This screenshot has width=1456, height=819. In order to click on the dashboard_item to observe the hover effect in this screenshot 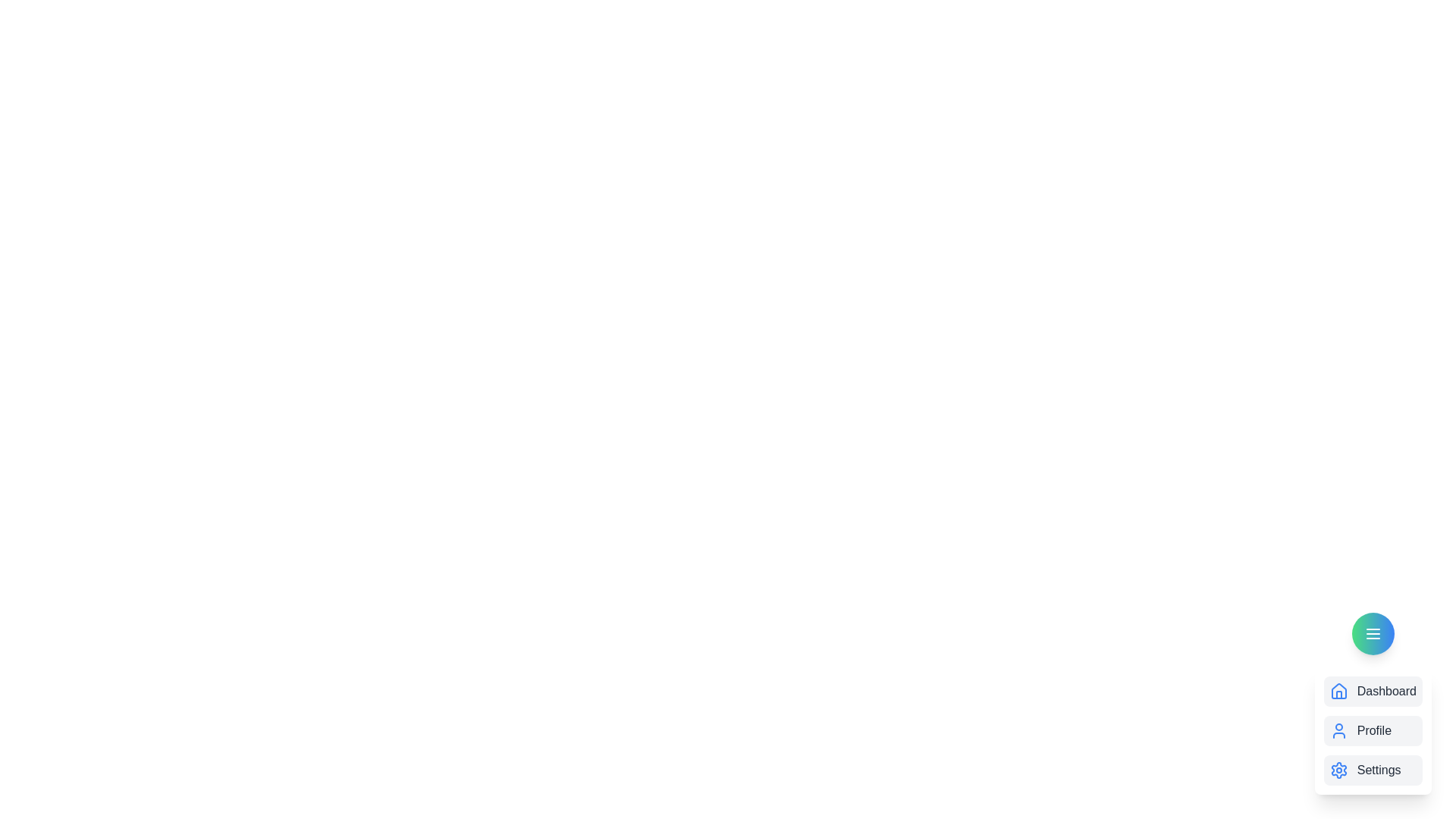, I will do `click(1373, 691)`.